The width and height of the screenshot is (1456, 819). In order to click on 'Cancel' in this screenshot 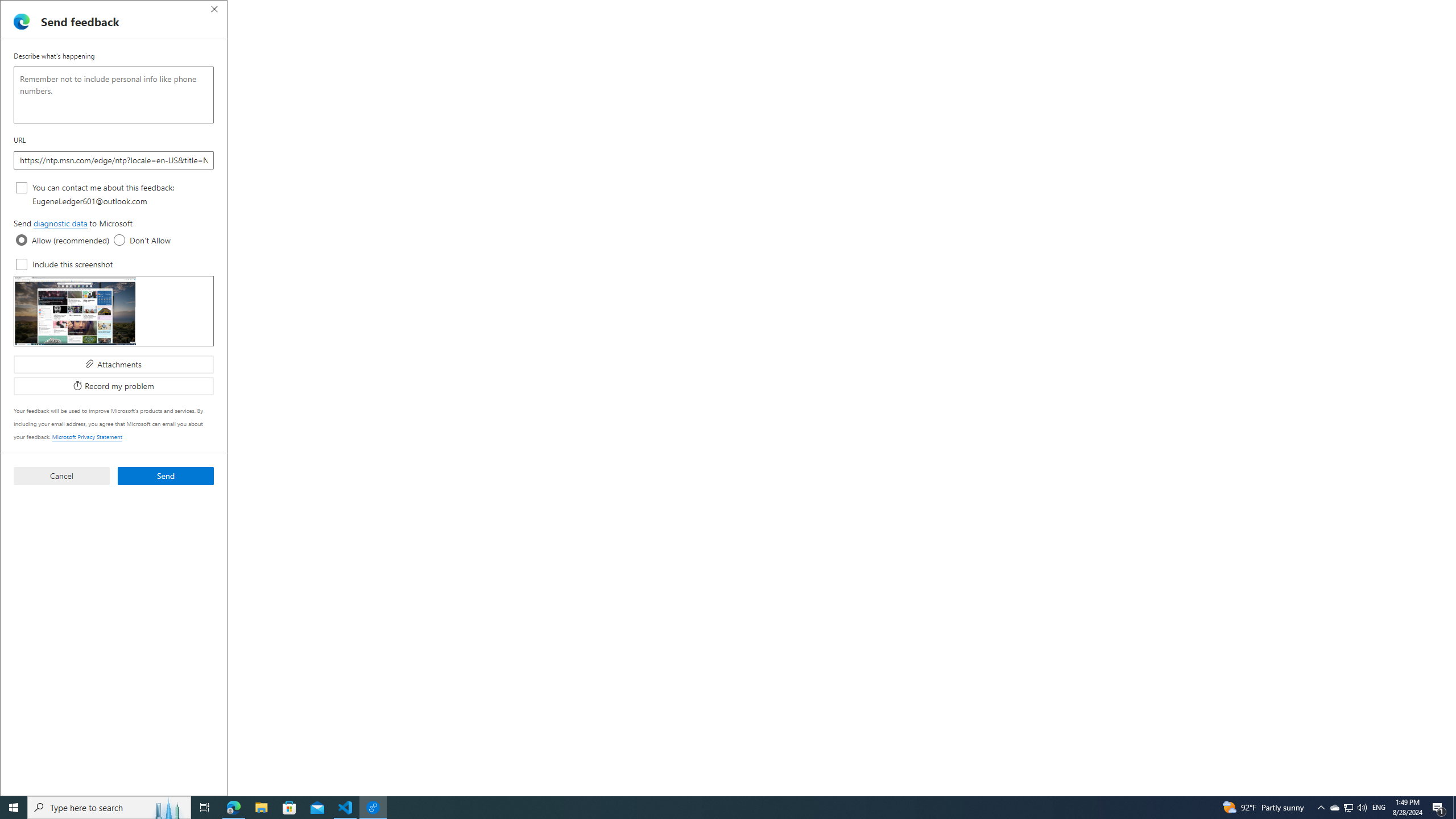, I will do `click(60, 474)`.